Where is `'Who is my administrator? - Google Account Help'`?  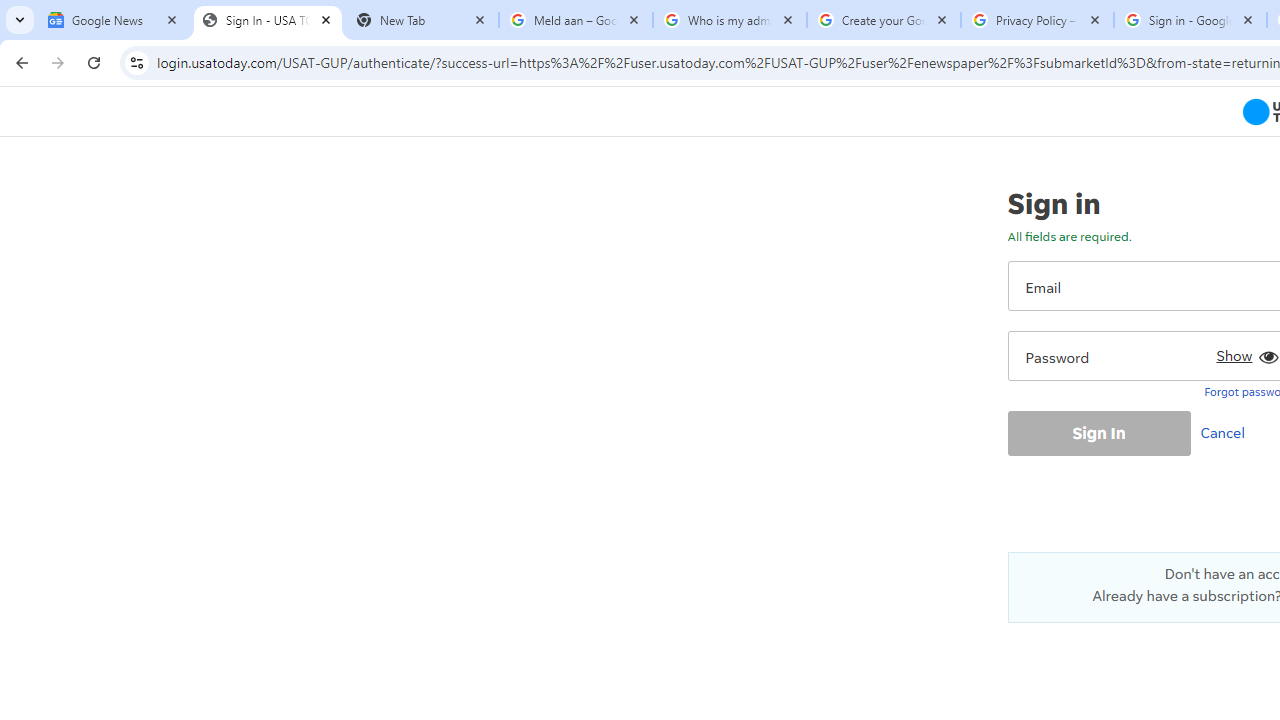
'Who is my administrator? - Google Account Help' is located at coordinates (729, 20).